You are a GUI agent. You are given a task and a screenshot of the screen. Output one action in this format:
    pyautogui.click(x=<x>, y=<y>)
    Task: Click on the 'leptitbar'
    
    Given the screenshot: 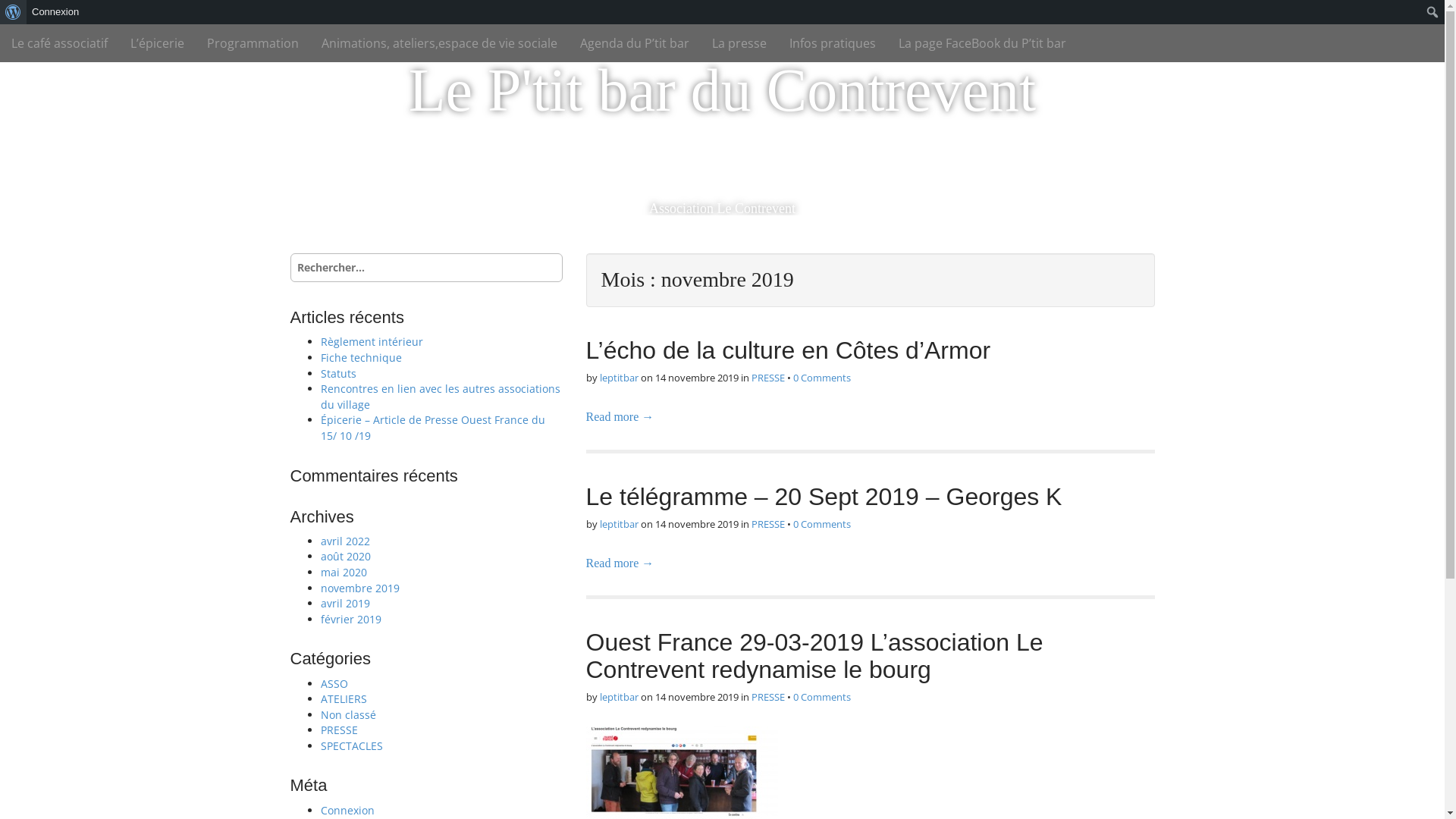 What is the action you would take?
    pyautogui.click(x=618, y=376)
    